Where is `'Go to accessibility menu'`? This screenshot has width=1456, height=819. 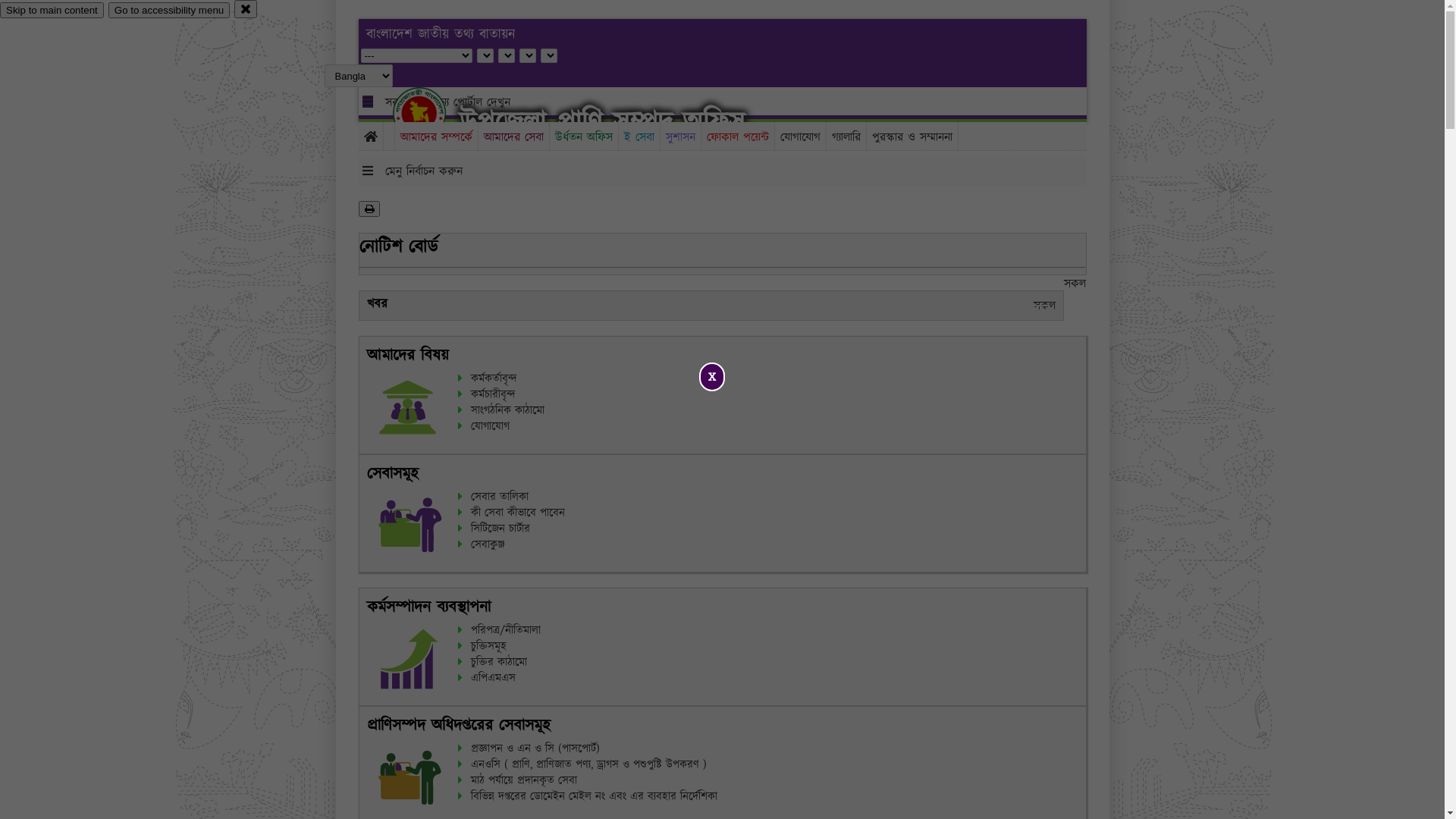
'Go to accessibility menu' is located at coordinates (168, 10).